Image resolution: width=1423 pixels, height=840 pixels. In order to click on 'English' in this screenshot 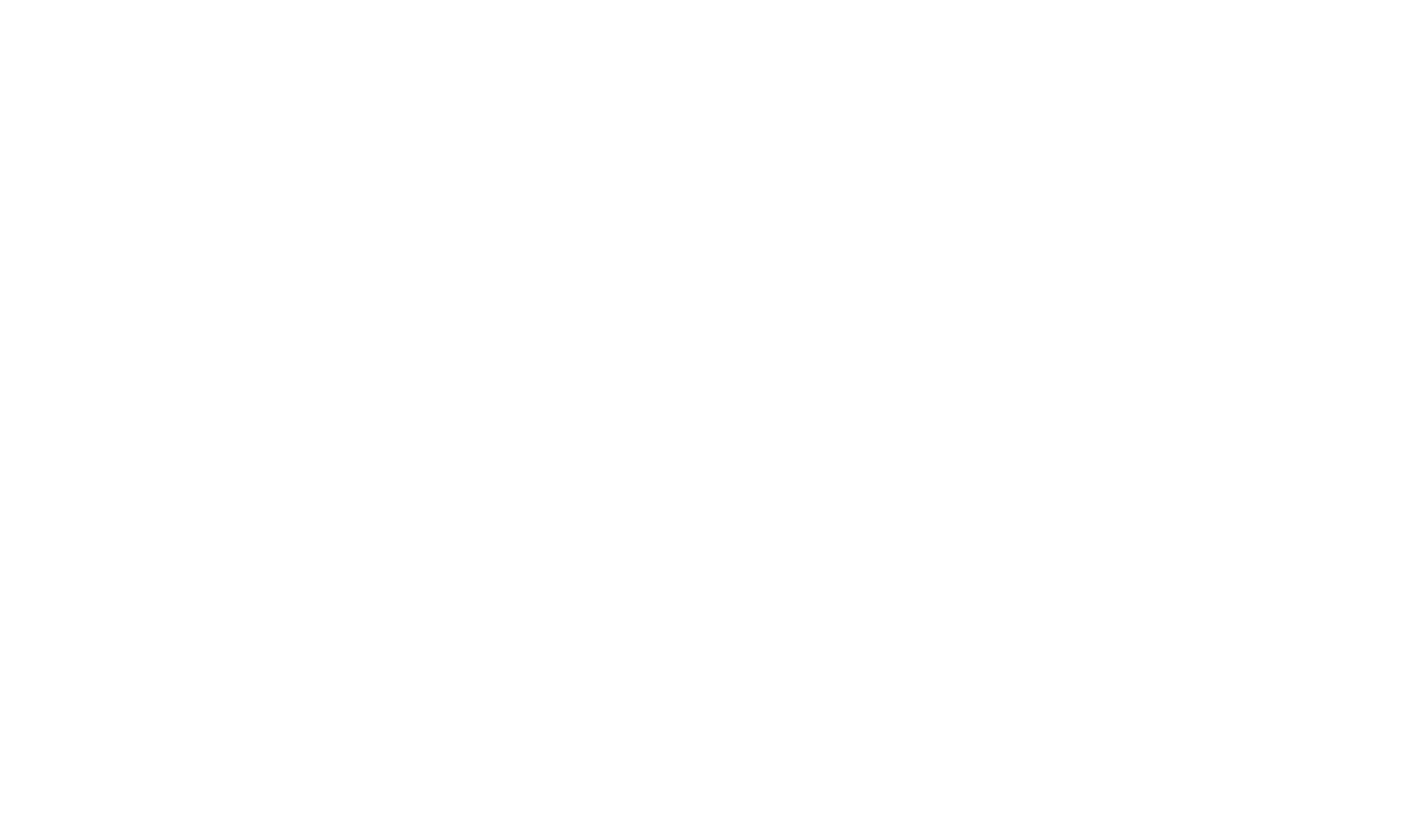, I will do `click(669, 216)`.